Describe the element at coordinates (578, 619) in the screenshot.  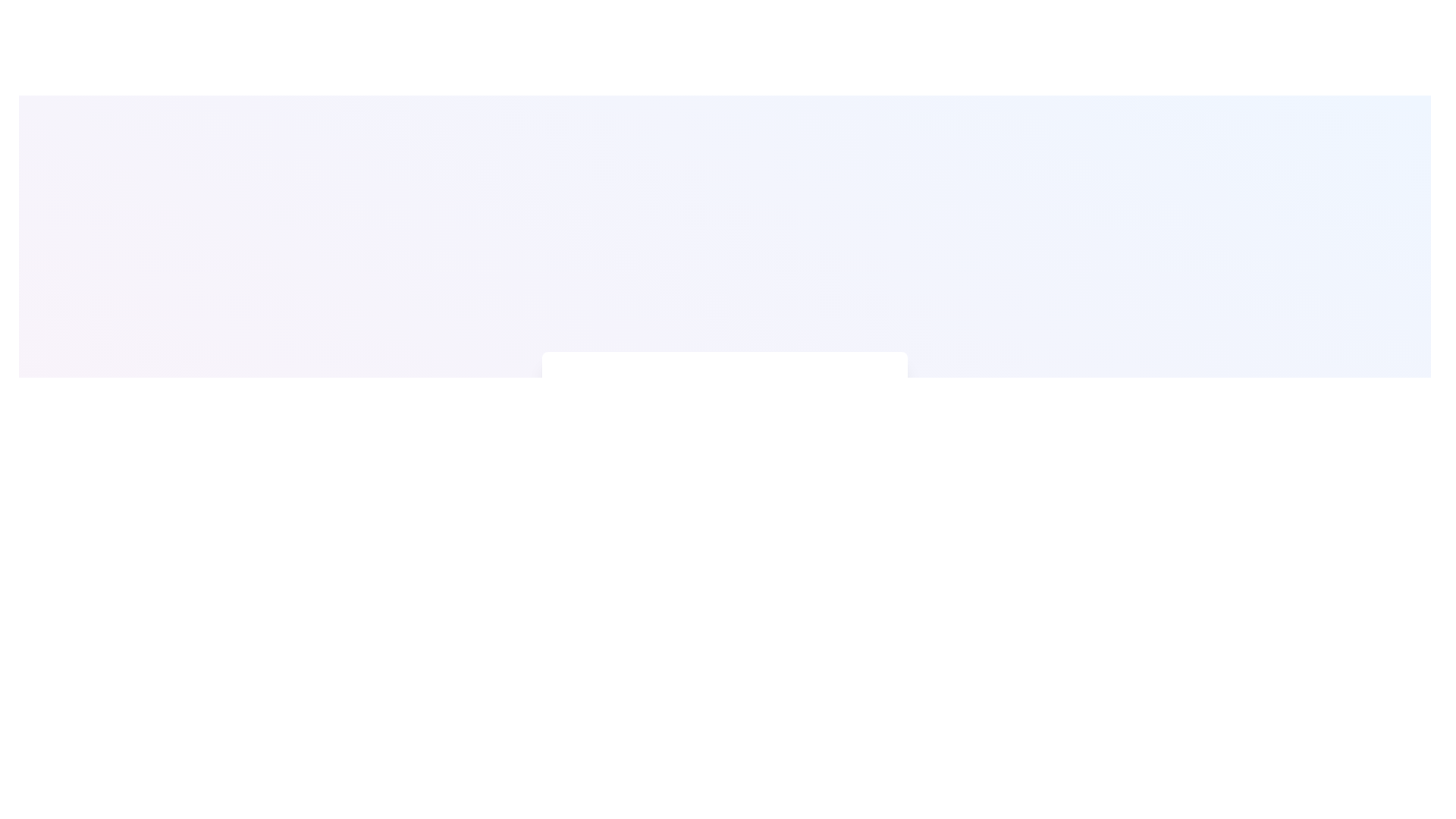
I see `the circular SVG element, which has a radius of 10 units and is located in the lower-right section of the interface` at that location.